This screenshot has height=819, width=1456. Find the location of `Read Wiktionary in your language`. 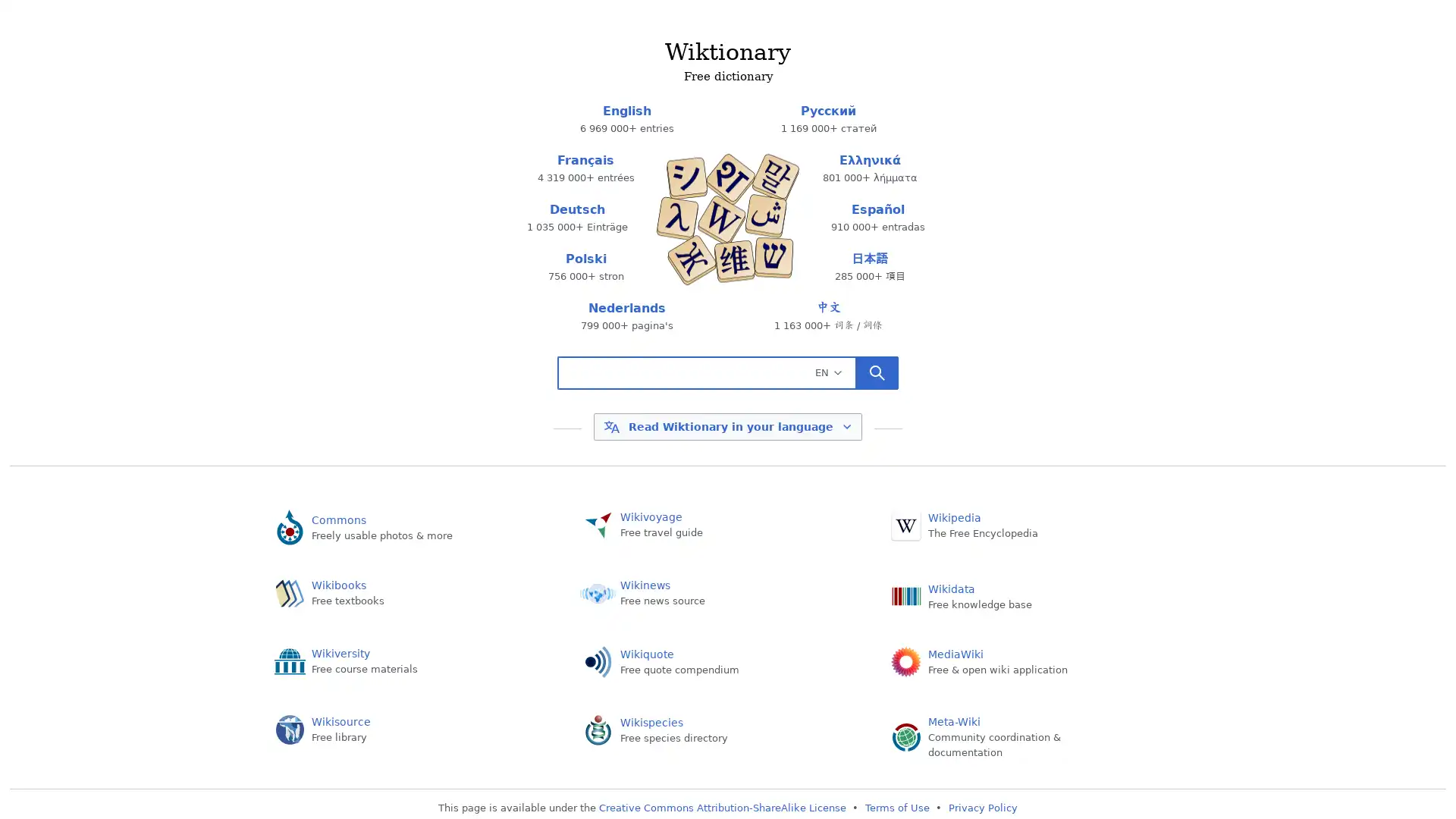

Read Wiktionary in your language is located at coordinates (726, 427).